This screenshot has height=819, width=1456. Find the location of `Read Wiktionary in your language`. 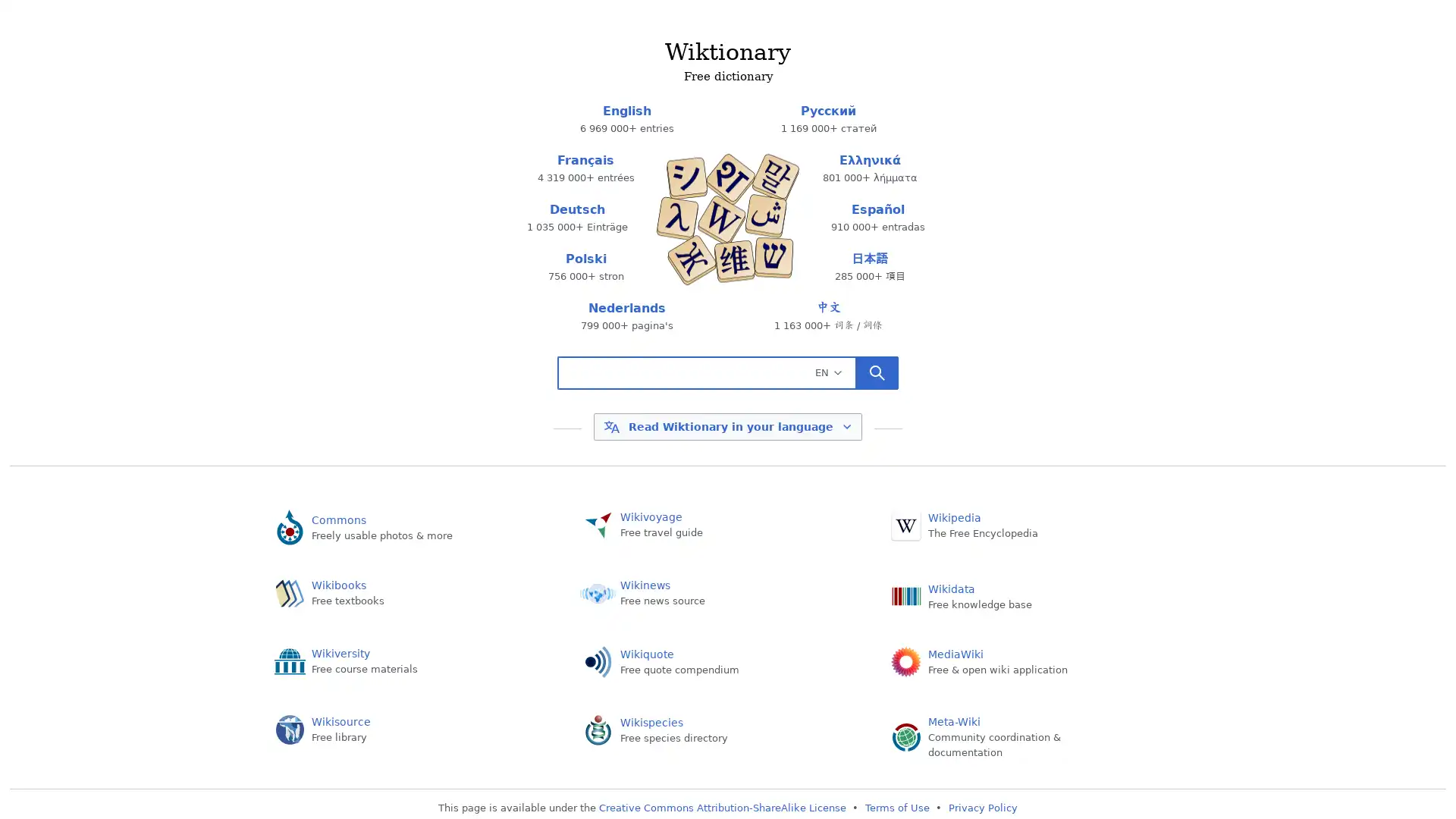

Read Wiktionary in your language is located at coordinates (726, 427).